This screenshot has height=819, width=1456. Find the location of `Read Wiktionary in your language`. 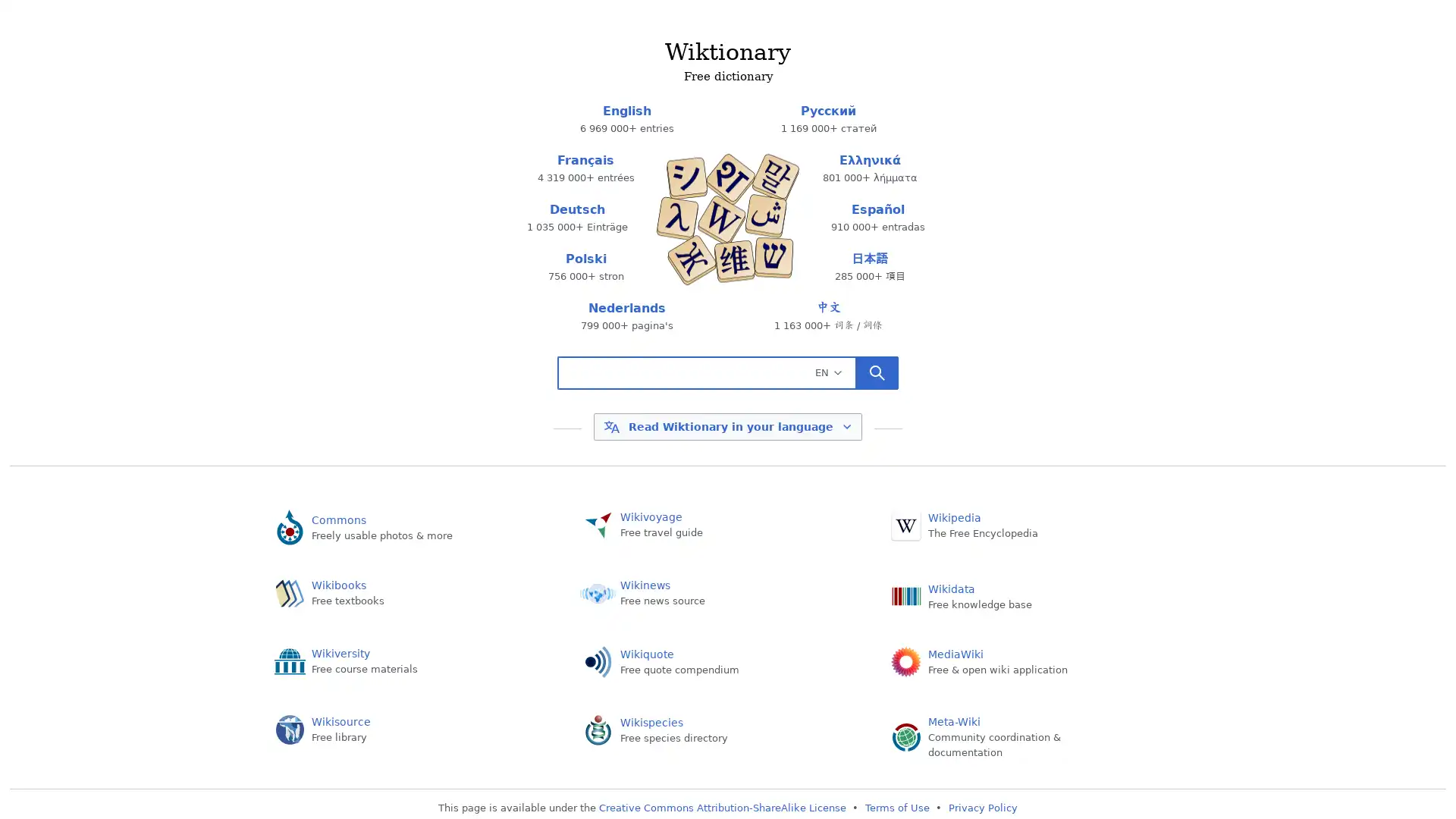

Read Wiktionary in your language is located at coordinates (726, 427).